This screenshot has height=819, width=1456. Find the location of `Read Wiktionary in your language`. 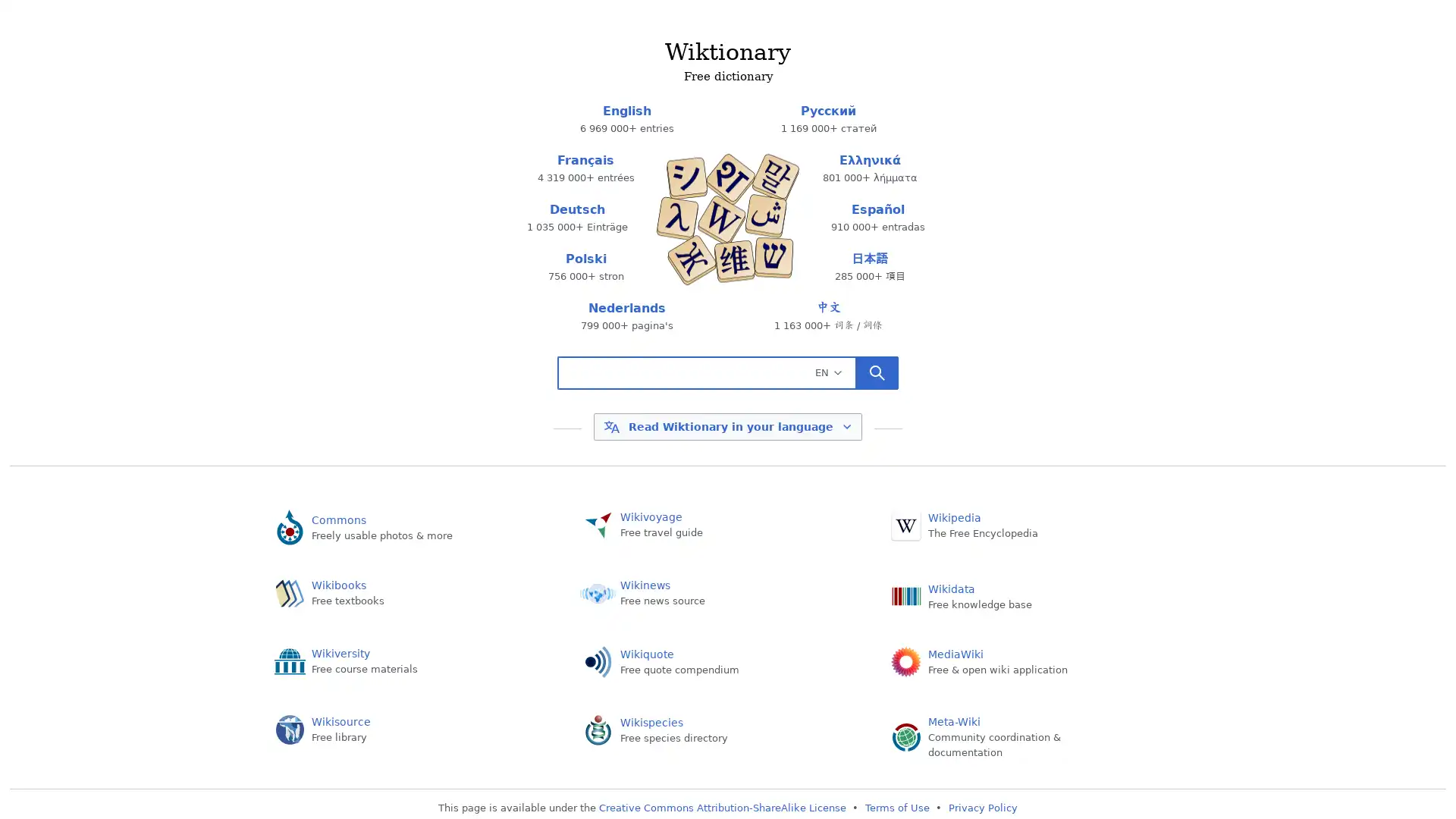

Read Wiktionary in your language is located at coordinates (726, 427).